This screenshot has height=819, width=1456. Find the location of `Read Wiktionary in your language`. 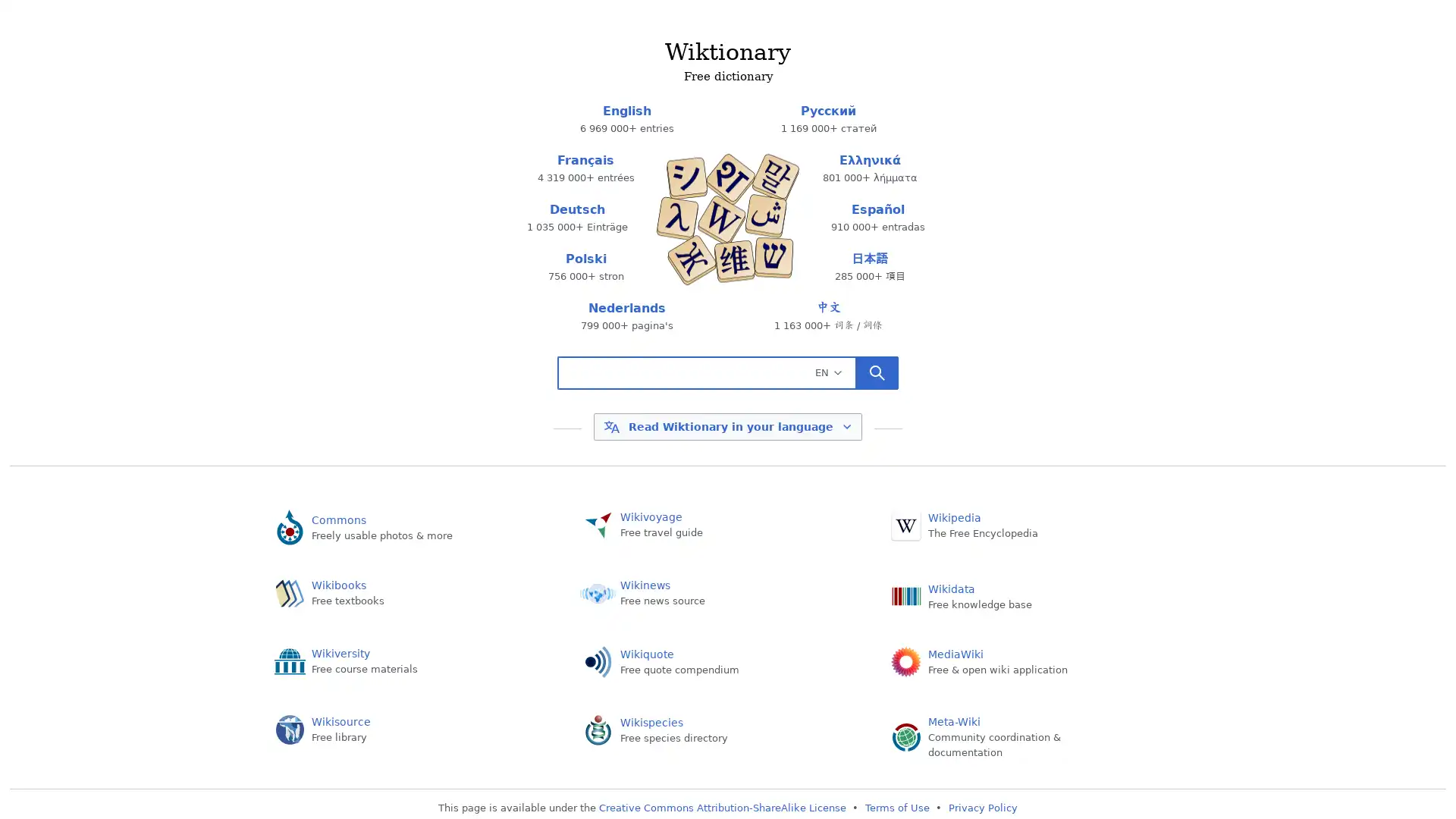

Read Wiktionary in your language is located at coordinates (726, 427).